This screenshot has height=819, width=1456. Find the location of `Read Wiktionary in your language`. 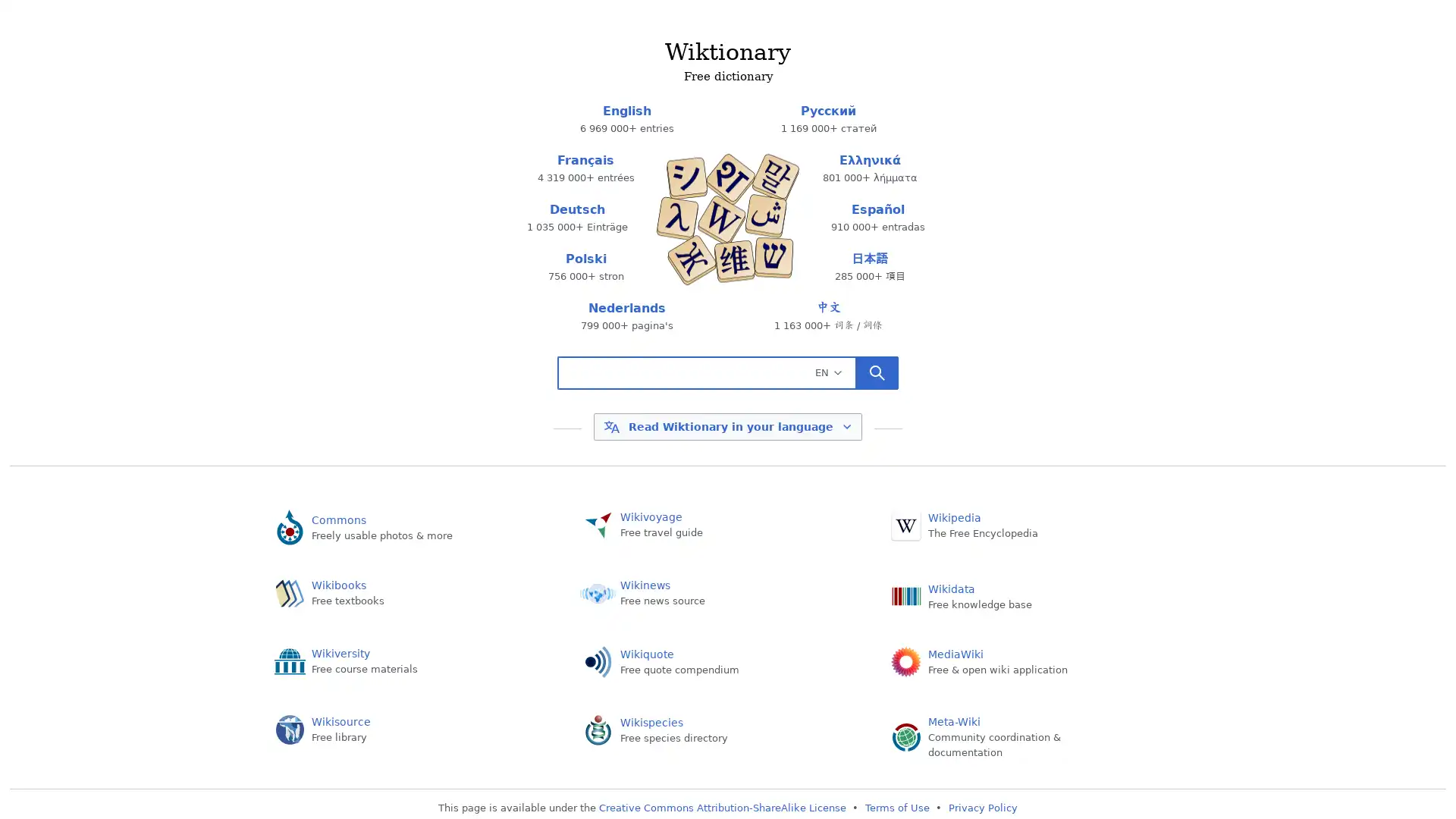

Read Wiktionary in your language is located at coordinates (726, 427).